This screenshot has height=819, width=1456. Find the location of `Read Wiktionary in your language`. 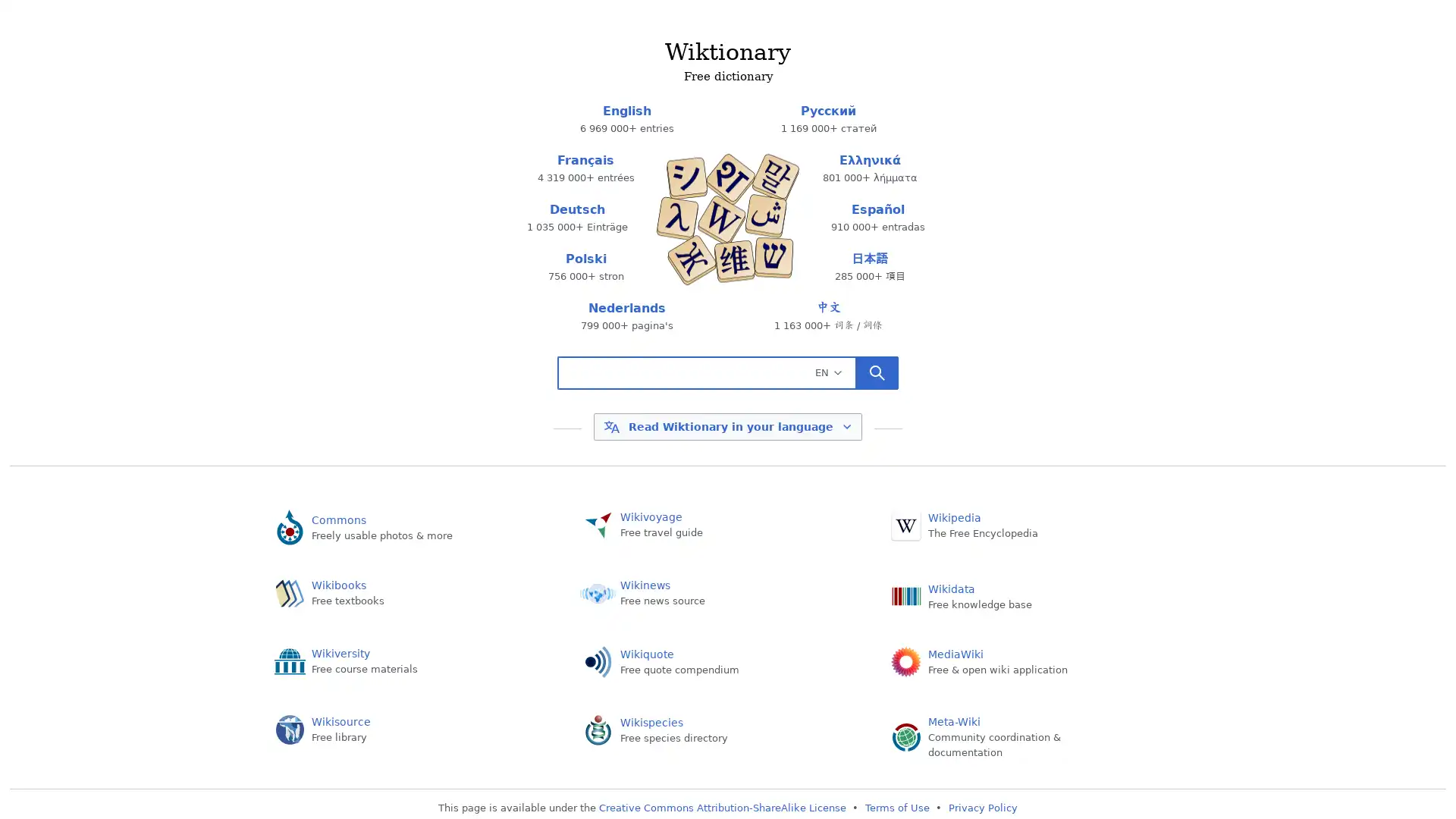

Read Wiktionary in your language is located at coordinates (726, 427).